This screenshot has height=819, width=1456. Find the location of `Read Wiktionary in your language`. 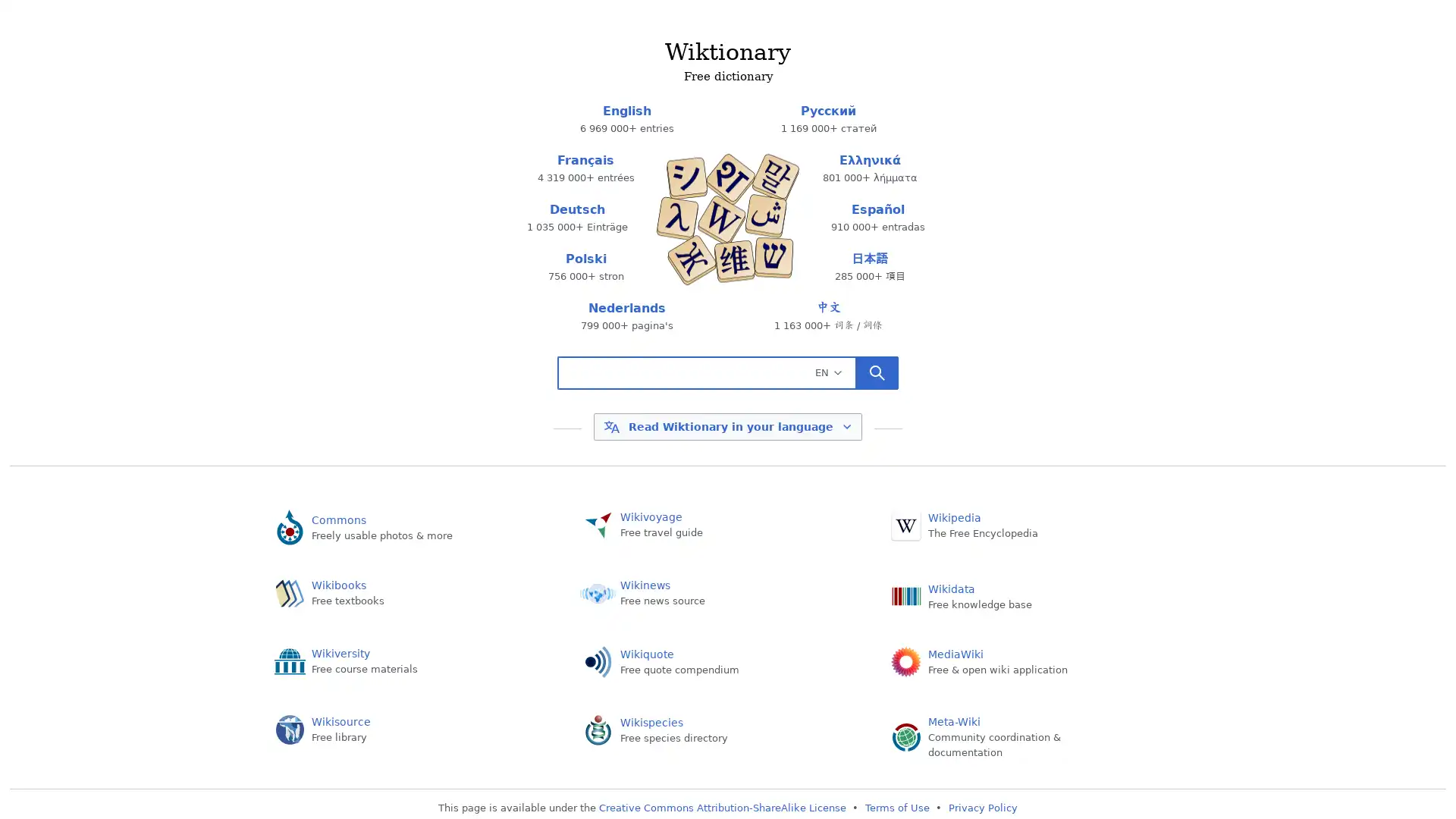

Read Wiktionary in your language is located at coordinates (726, 427).